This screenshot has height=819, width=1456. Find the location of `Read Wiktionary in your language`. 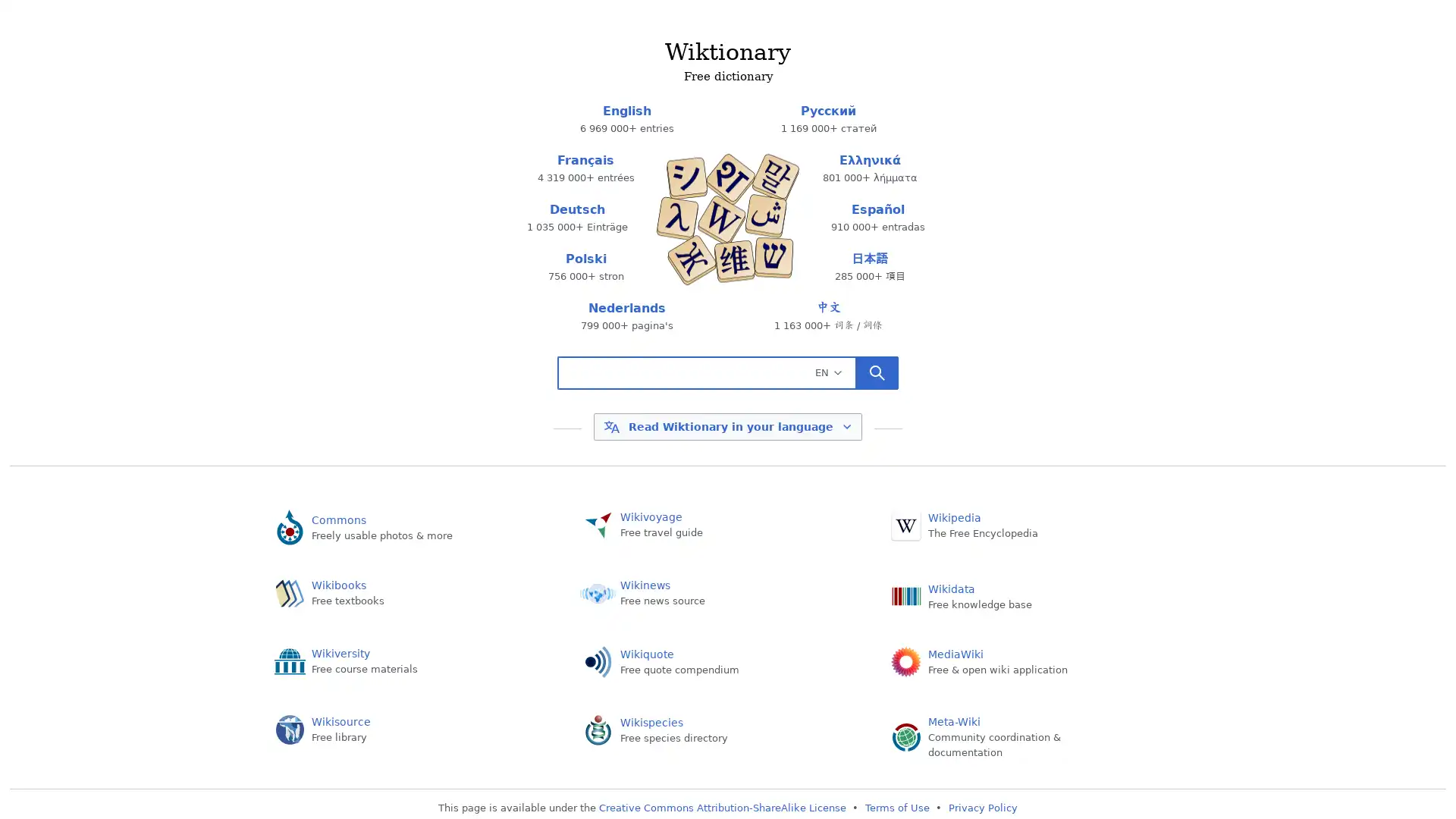

Read Wiktionary in your language is located at coordinates (726, 427).